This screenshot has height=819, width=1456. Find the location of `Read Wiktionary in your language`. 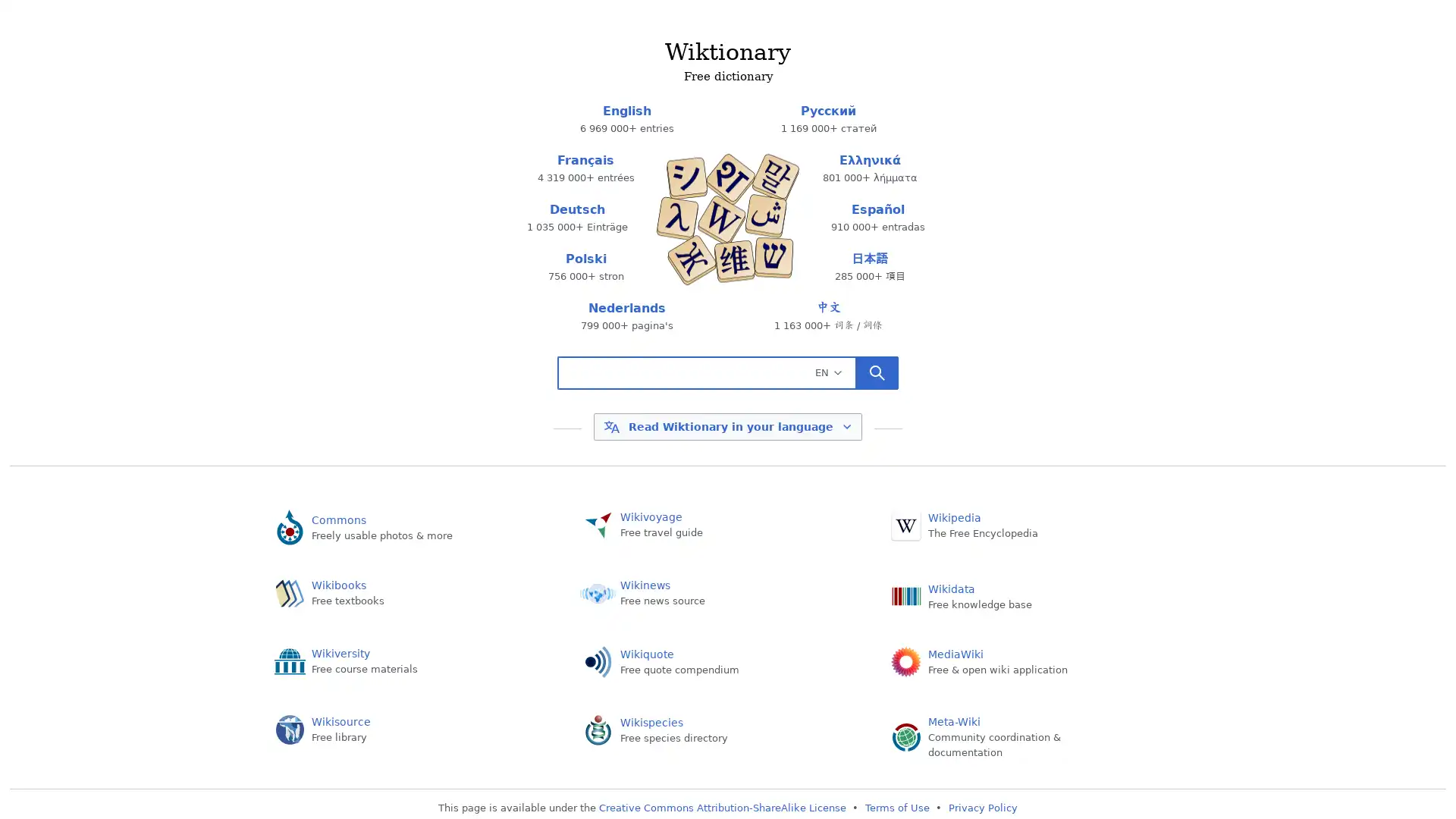

Read Wiktionary in your language is located at coordinates (726, 427).